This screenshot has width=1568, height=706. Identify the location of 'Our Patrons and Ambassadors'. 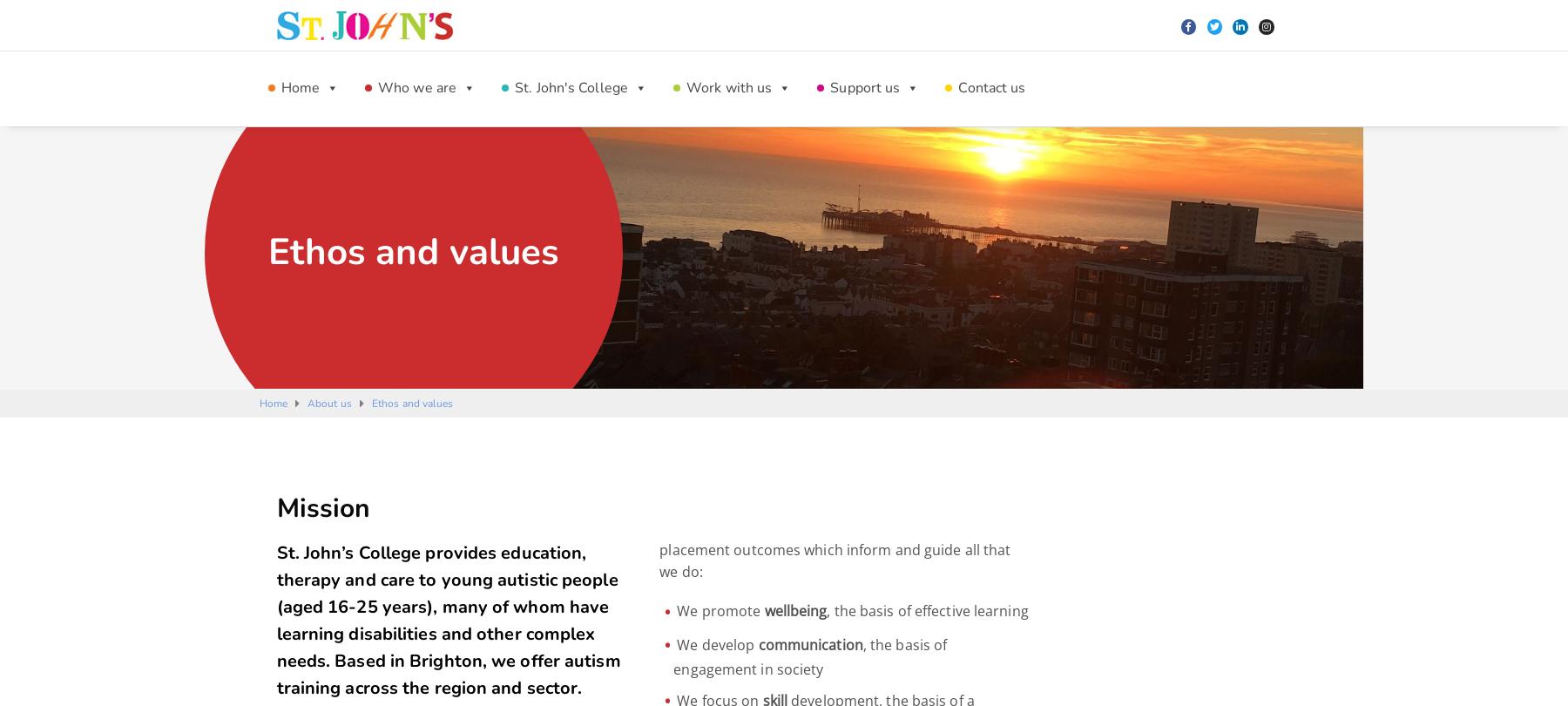
(552, 223).